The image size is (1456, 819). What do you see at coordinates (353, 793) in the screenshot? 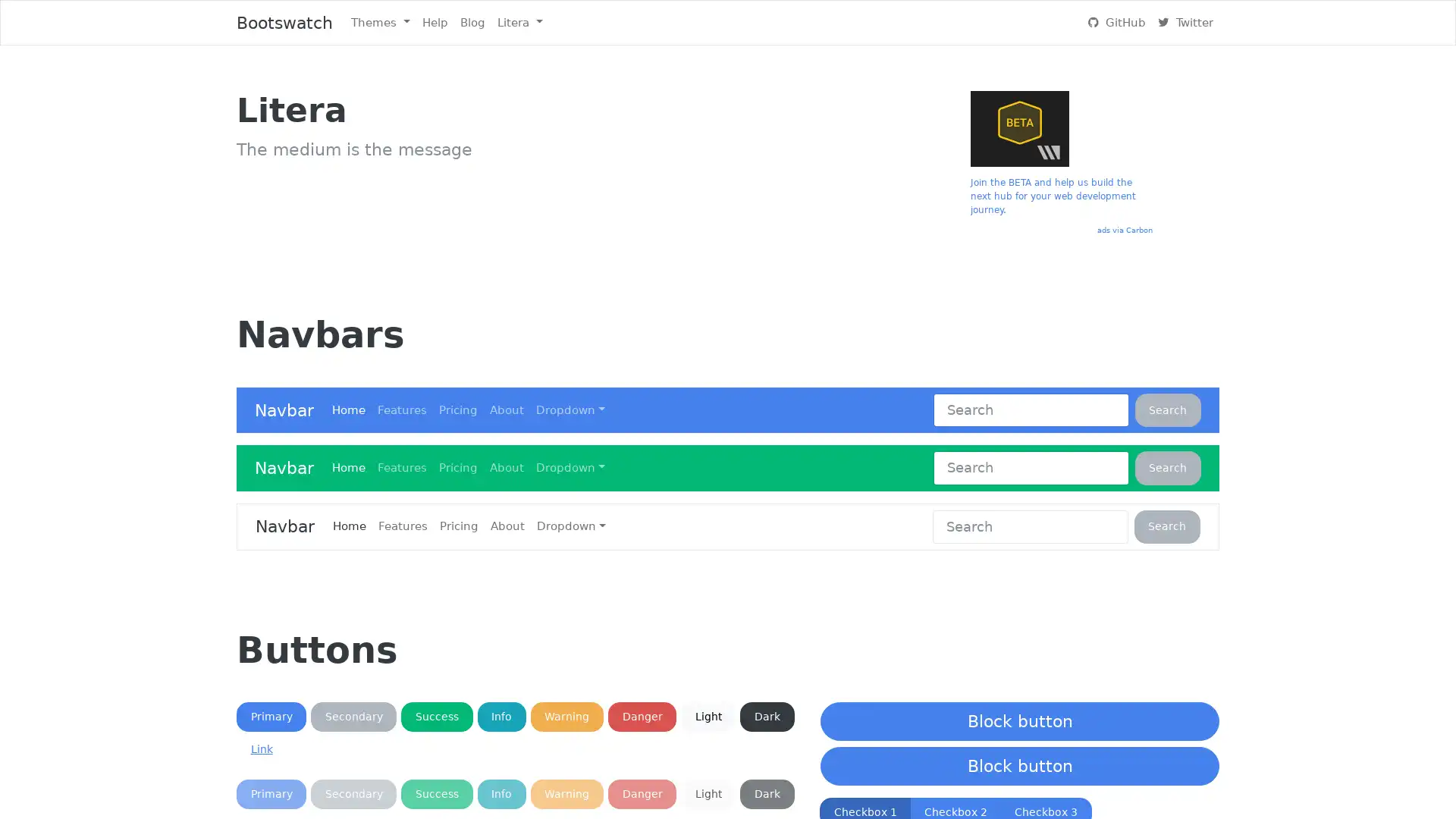
I see `Secondary` at bounding box center [353, 793].